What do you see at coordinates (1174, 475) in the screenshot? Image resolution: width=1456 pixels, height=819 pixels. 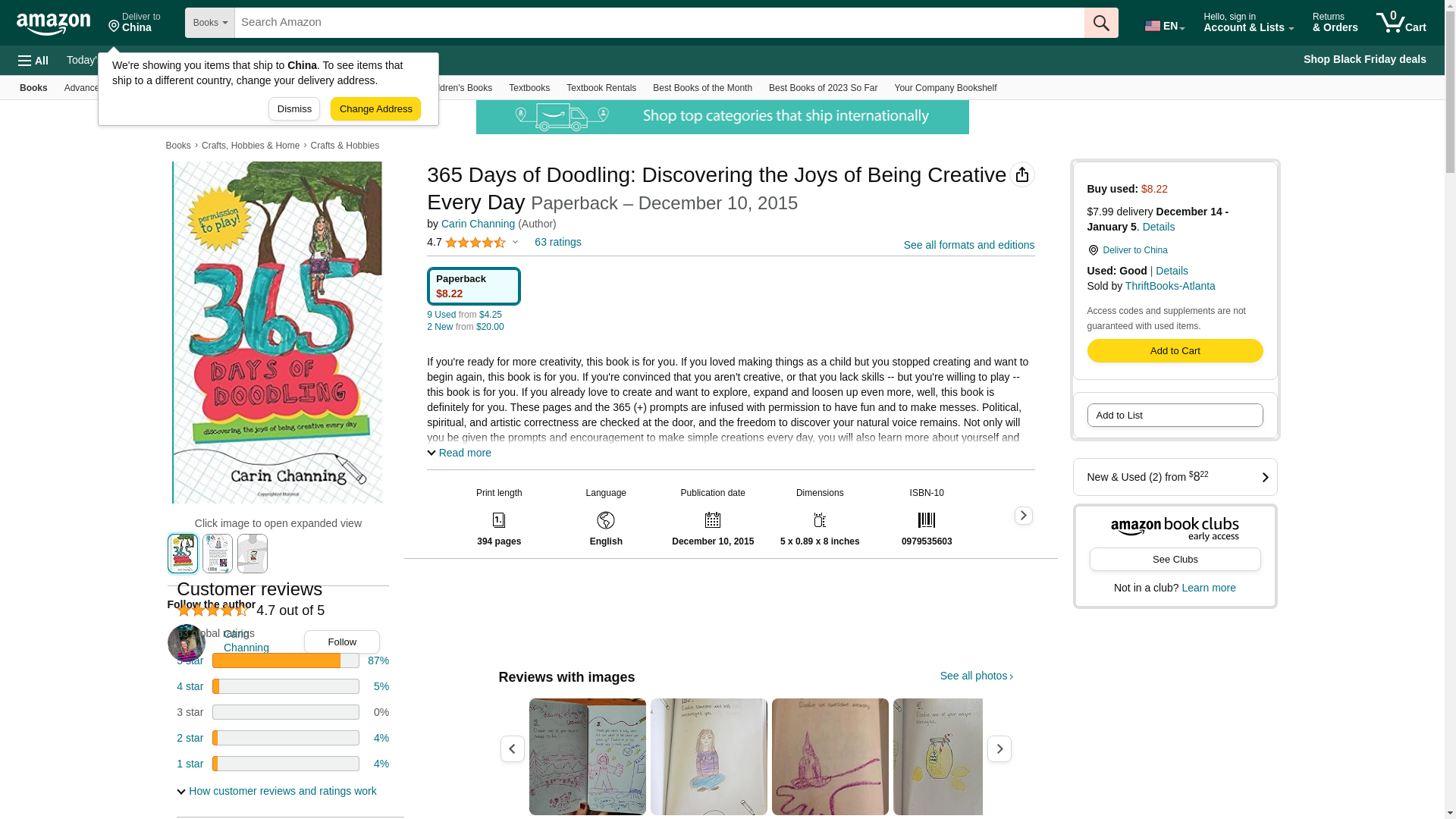 I see `'New & Used (2) from` at bounding box center [1174, 475].